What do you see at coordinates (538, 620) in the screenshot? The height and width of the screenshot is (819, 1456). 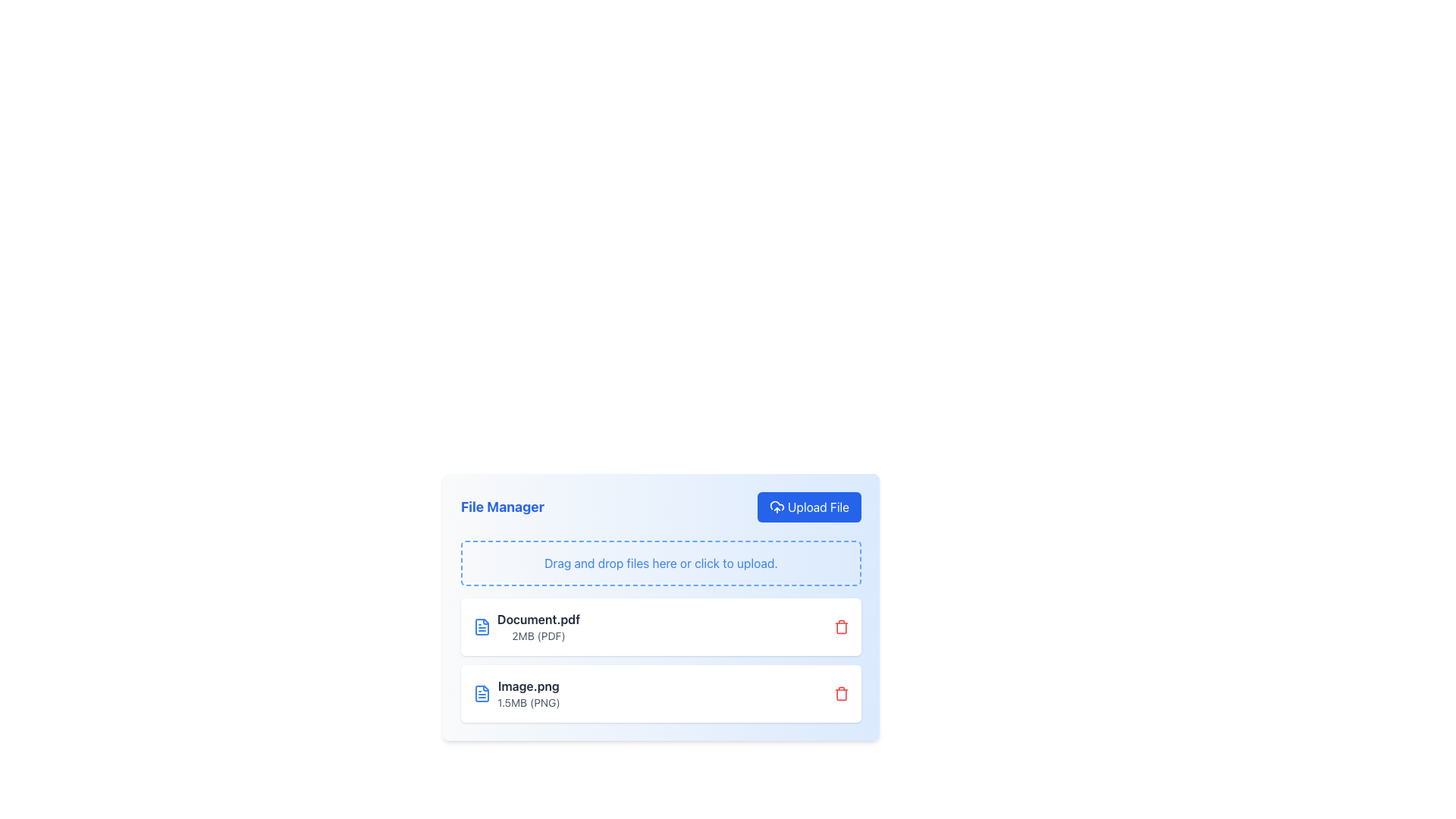 I see `the text label displaying the filename 'Document.pdf' in the File Manager section to perform file-related operations` at bounding box center [538, 620].